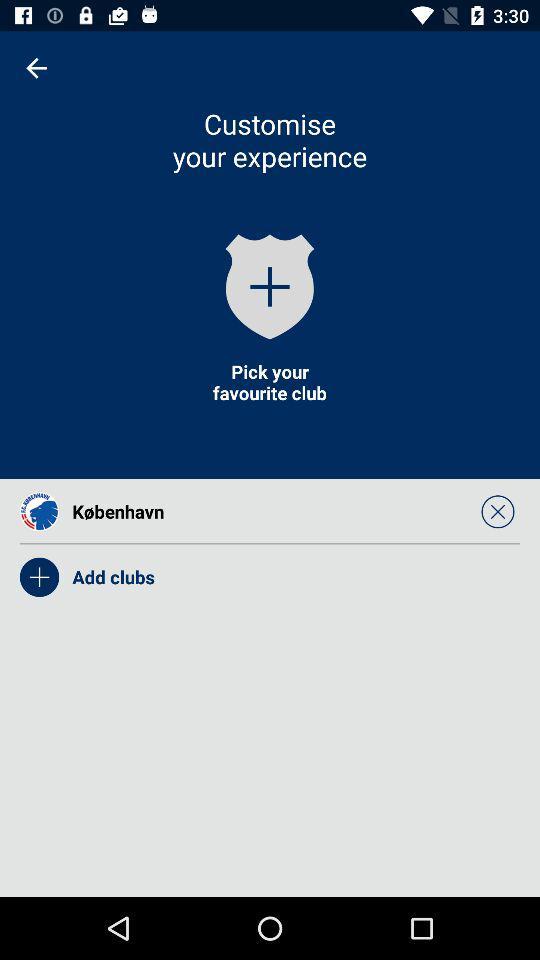 This screenshot has height=960, width=540. I want to click on icon at the top left corner, so click(36, 68).